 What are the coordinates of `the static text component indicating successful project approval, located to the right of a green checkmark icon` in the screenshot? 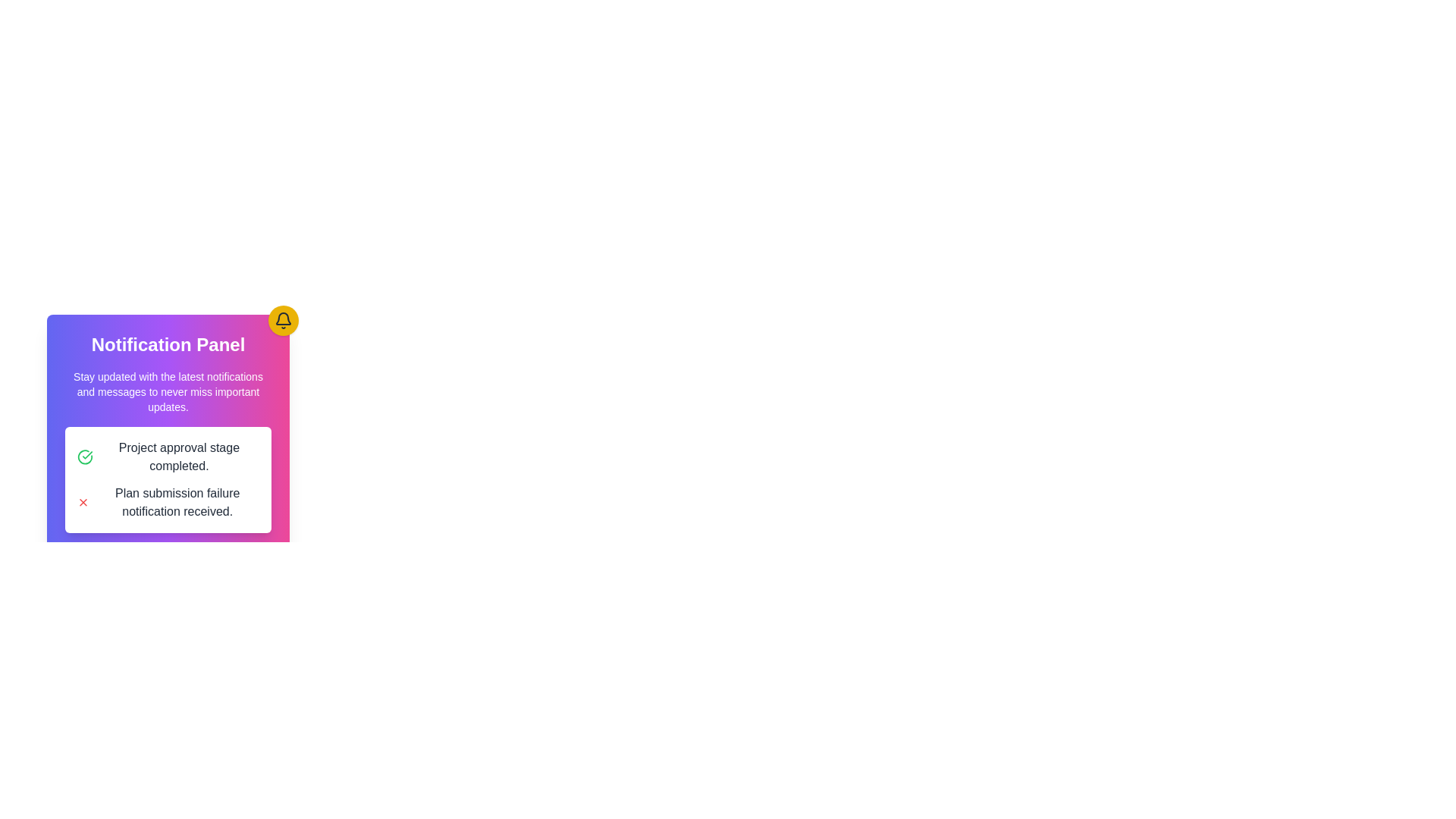 It's located at (179, 456).